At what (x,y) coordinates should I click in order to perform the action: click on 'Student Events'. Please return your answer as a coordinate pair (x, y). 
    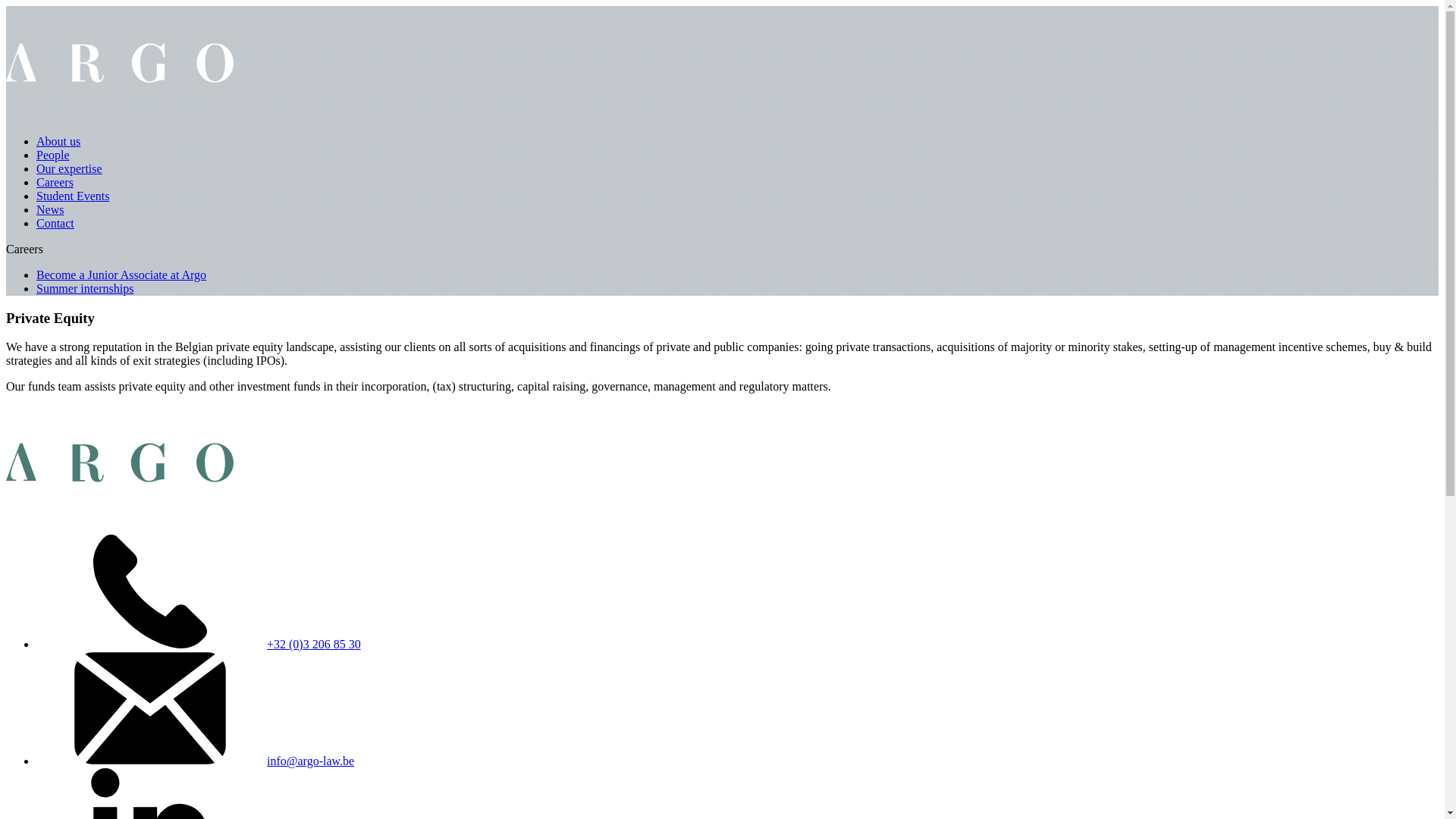
    Looking at the image, I should click on (72, 195).